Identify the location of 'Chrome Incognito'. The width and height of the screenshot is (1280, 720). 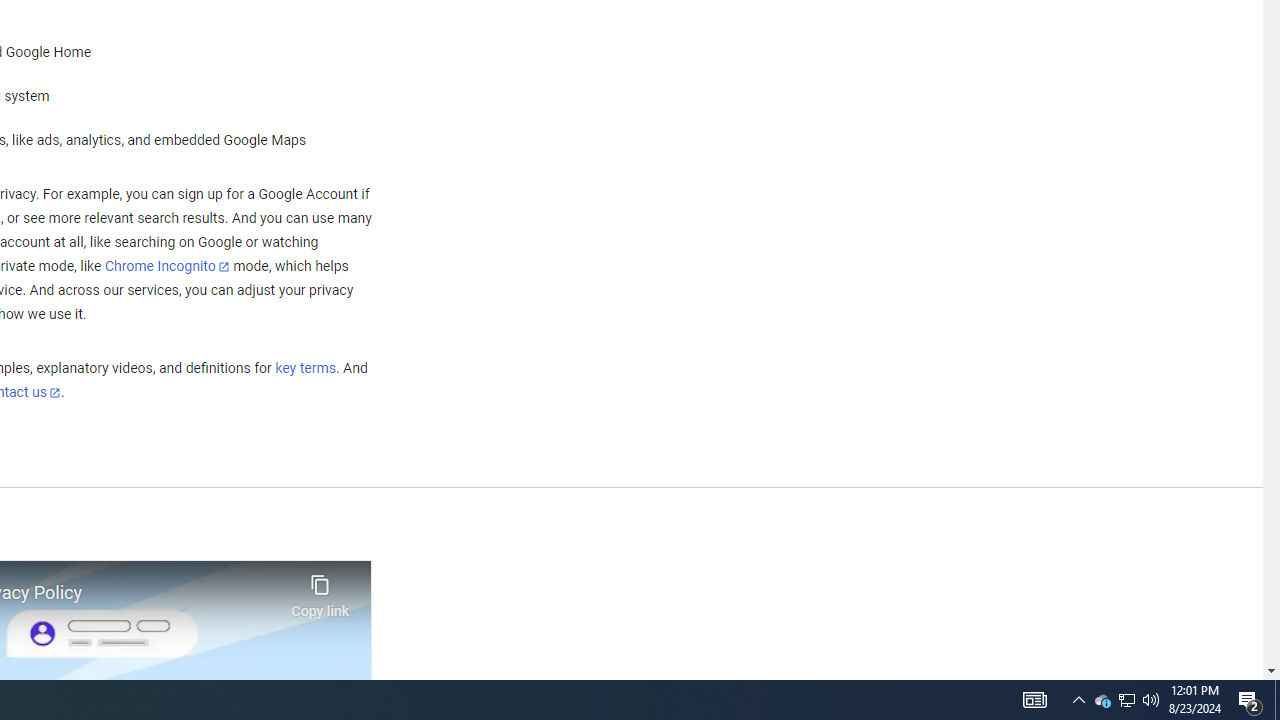
(167, 265).